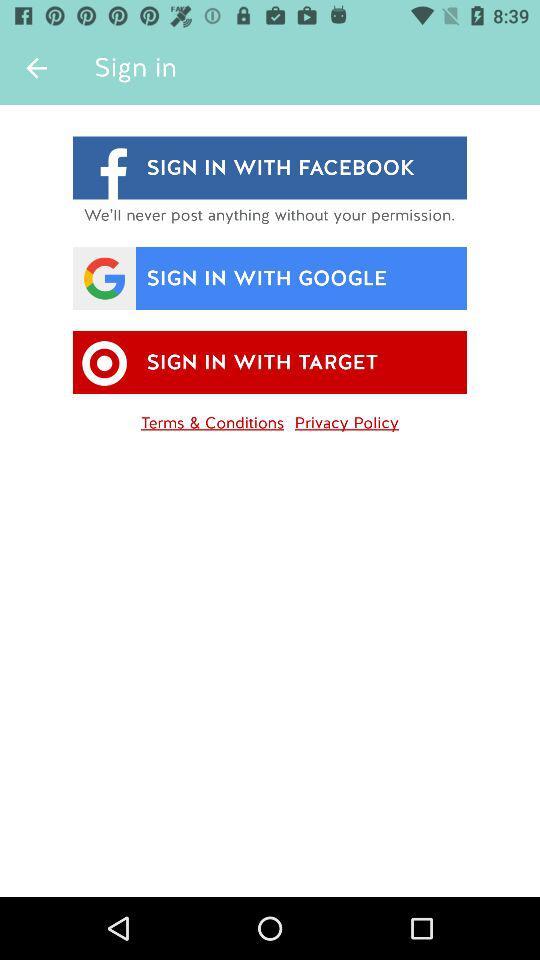 This screenshot has height=960, width=540. Describe the element at coordinates (345, 418) in the screenshot. I see `the icon to the right of the terms & conditions` at that location.